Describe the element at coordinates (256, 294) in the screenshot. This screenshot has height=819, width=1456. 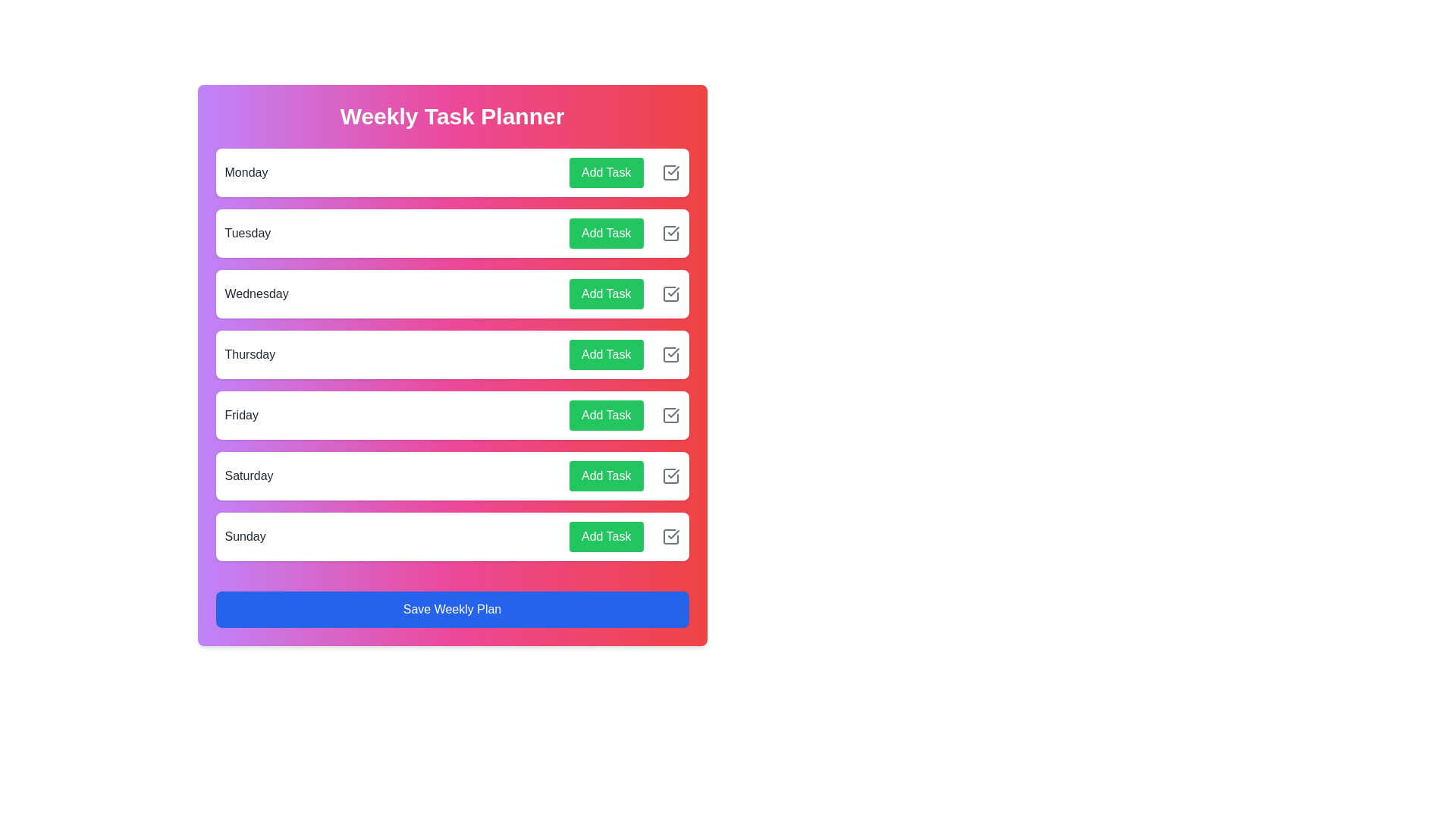
I see `the day name Wednesday` at that location.